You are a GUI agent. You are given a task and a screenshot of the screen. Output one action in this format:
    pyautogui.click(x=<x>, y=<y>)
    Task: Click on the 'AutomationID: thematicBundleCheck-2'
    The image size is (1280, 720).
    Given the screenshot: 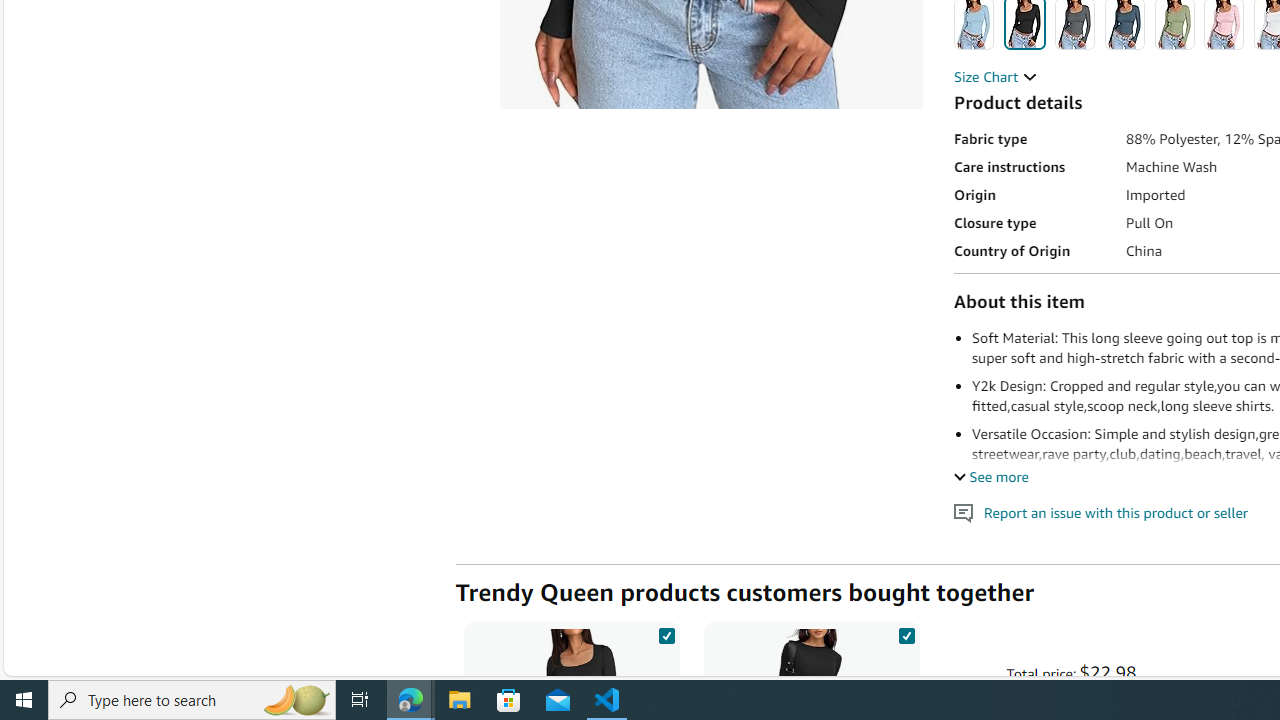 What is the action you would take?
    pyautogui.click(x=905, y=632)
    